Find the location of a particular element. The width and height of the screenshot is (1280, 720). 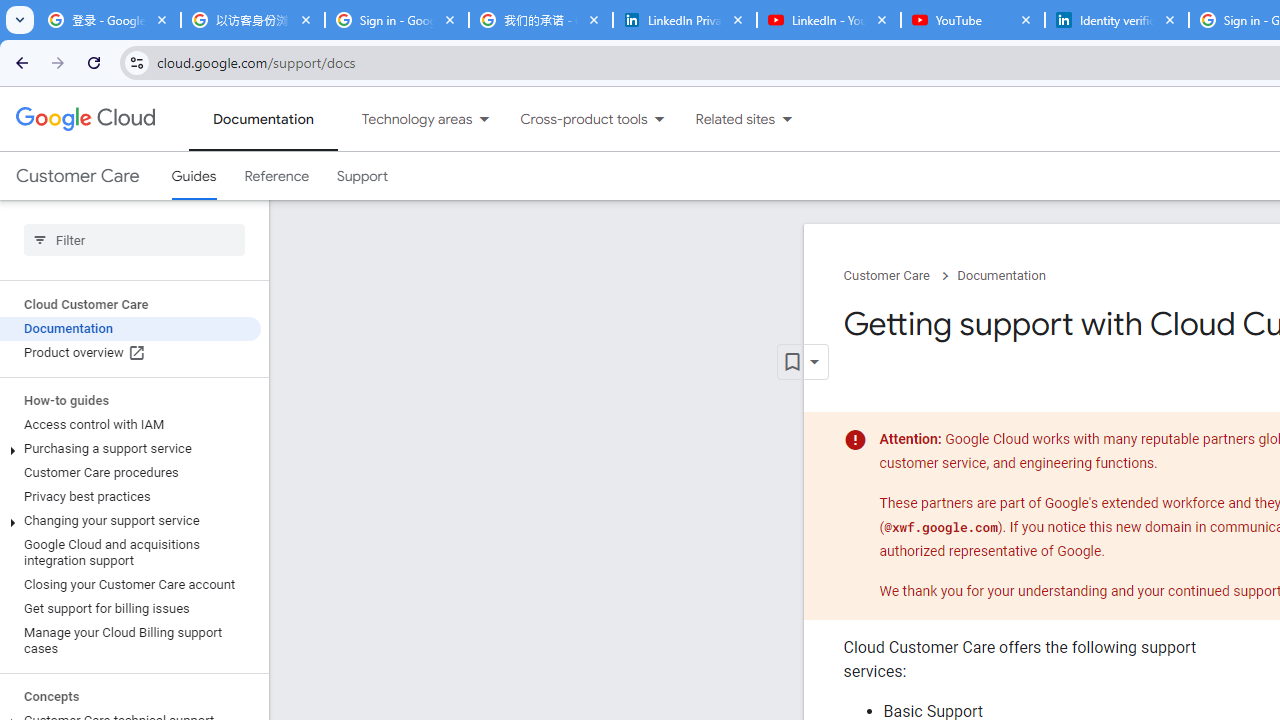

'LinkedIn - YouTube' is located at coordinates (828, 20).